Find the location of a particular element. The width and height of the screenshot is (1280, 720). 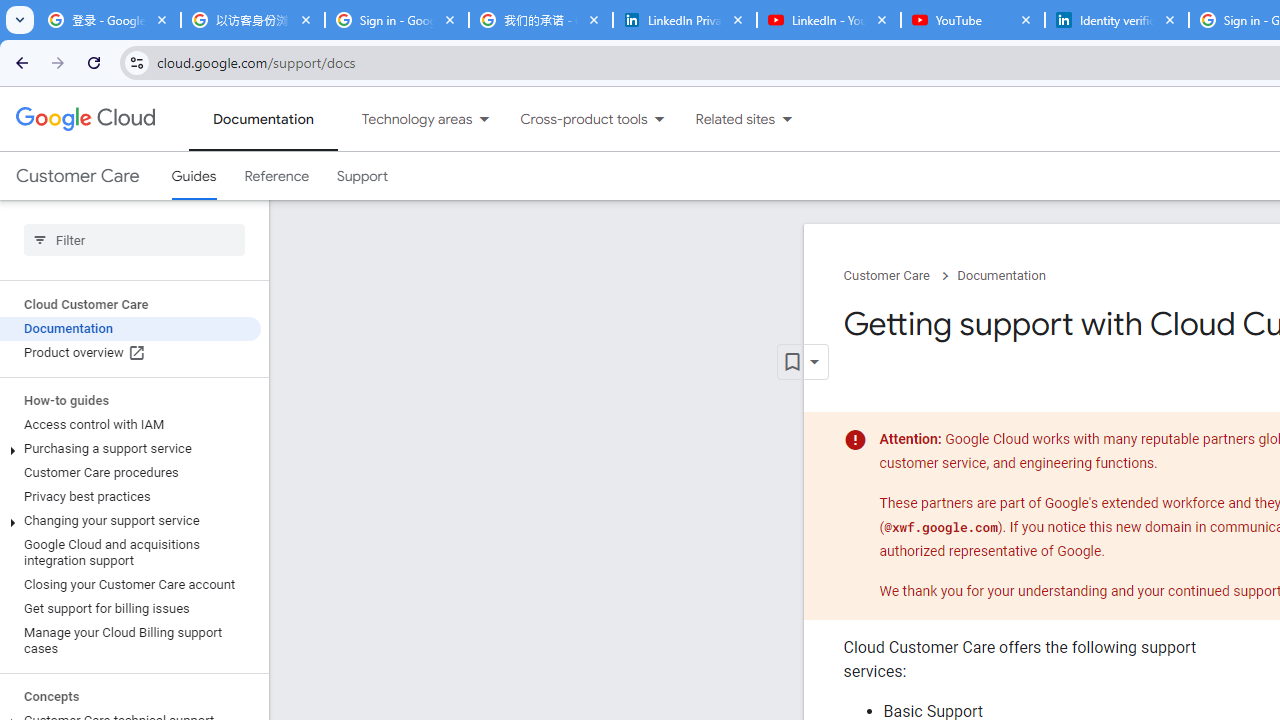

'LinkedIn - YouTube' is located at coordinates (828, 20).